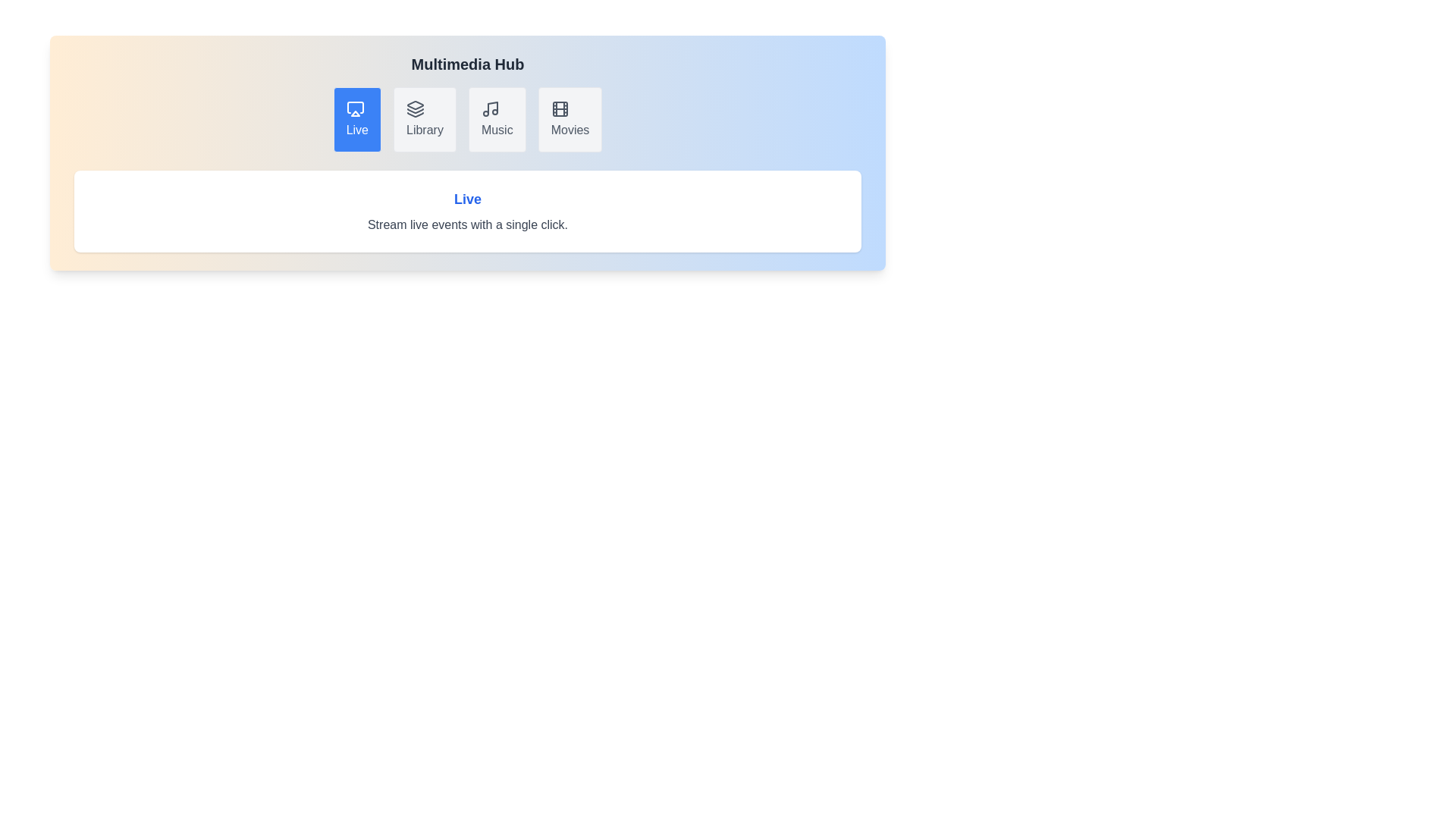  Describe the element at coordinates (425, 119) in the screenshot. I see `the tab labeled Library to view its content` at that location.